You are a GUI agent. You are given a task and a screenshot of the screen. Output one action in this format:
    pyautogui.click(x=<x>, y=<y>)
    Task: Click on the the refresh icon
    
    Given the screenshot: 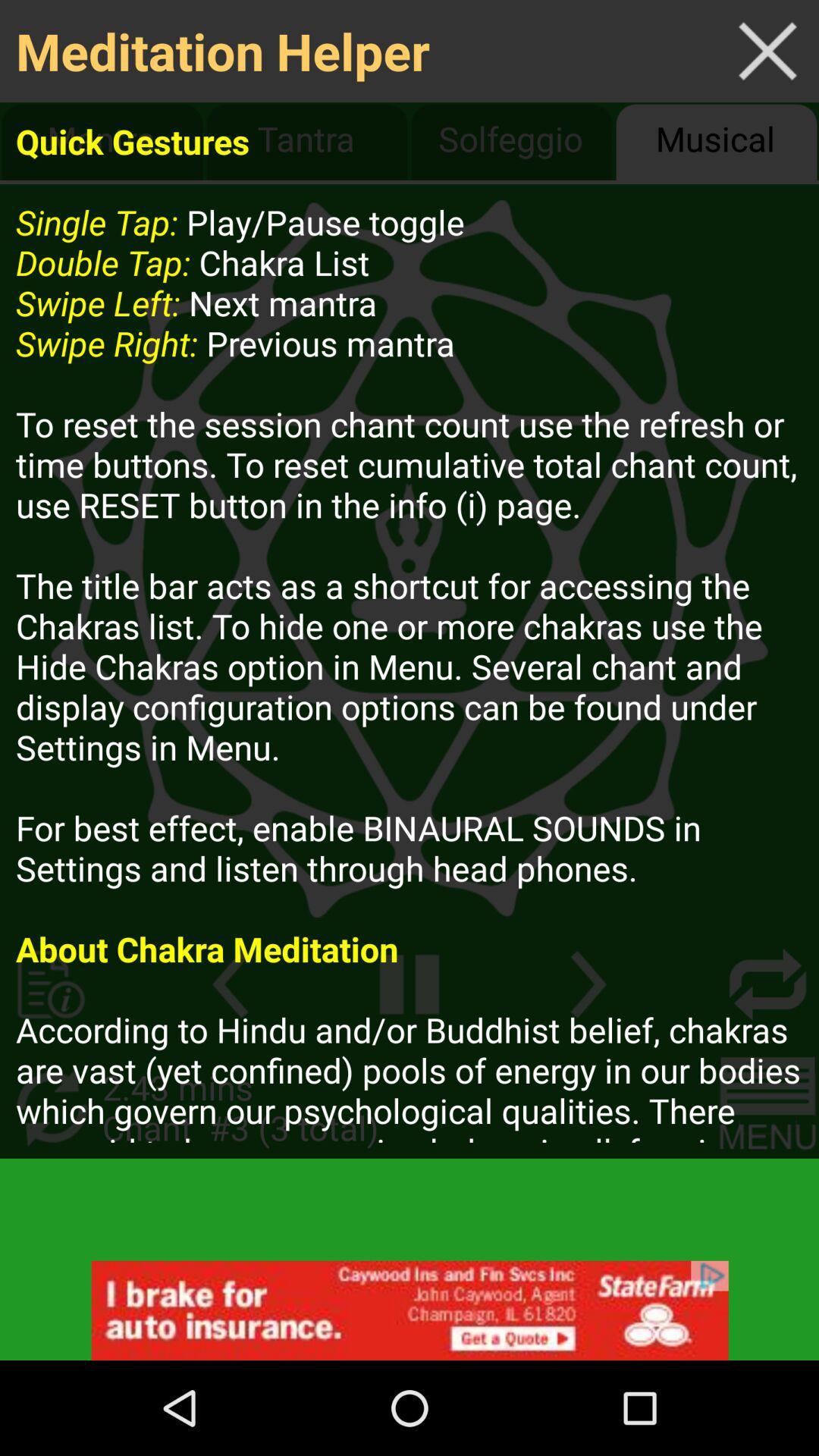 What is the action you would take?
    pyautogui.click(x=50, y=1184)
    